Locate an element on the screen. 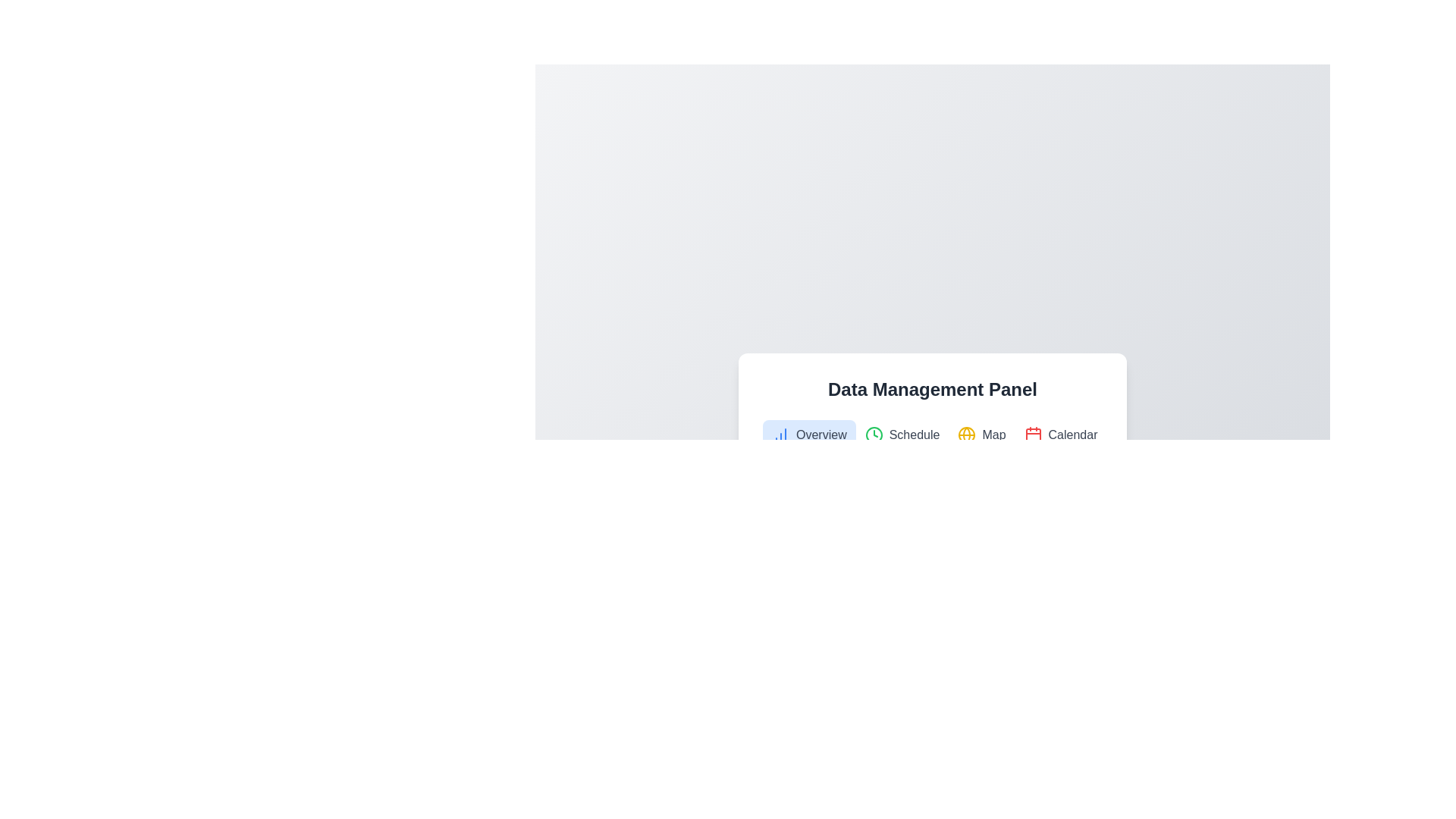 This screenshot has height=819, width=1456. the map icon in the horizontal menu bar below the title 'Data Management Panel' is located at coordinates (966, 435).